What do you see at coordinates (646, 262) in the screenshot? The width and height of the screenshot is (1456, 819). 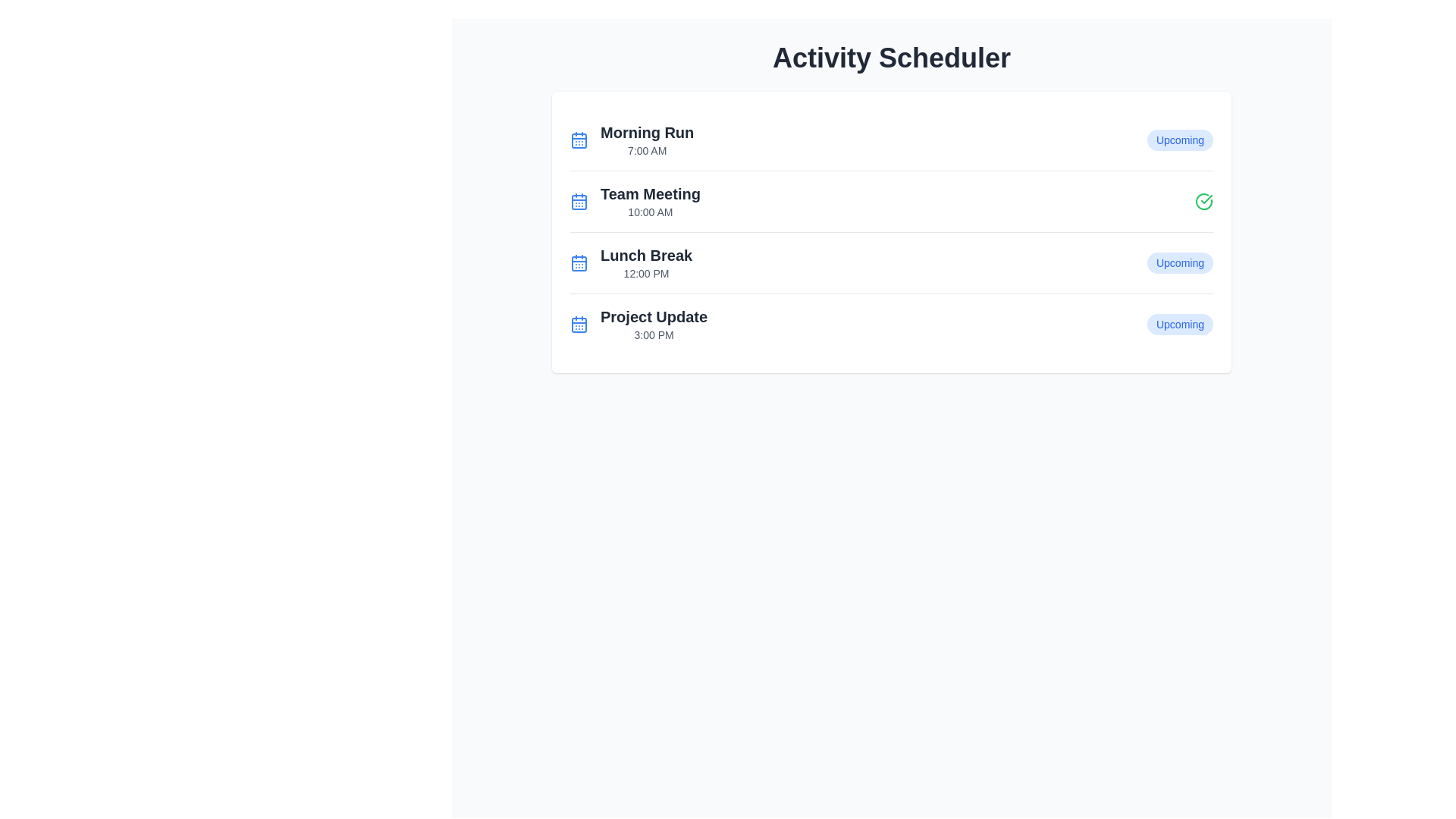 I see `information displayed in the text element showing the event titled 'Lunch Break' at '12:00 PM', which is located below 'Team Meeting' and above 'Project Update'` at bounding box center [646, 262].